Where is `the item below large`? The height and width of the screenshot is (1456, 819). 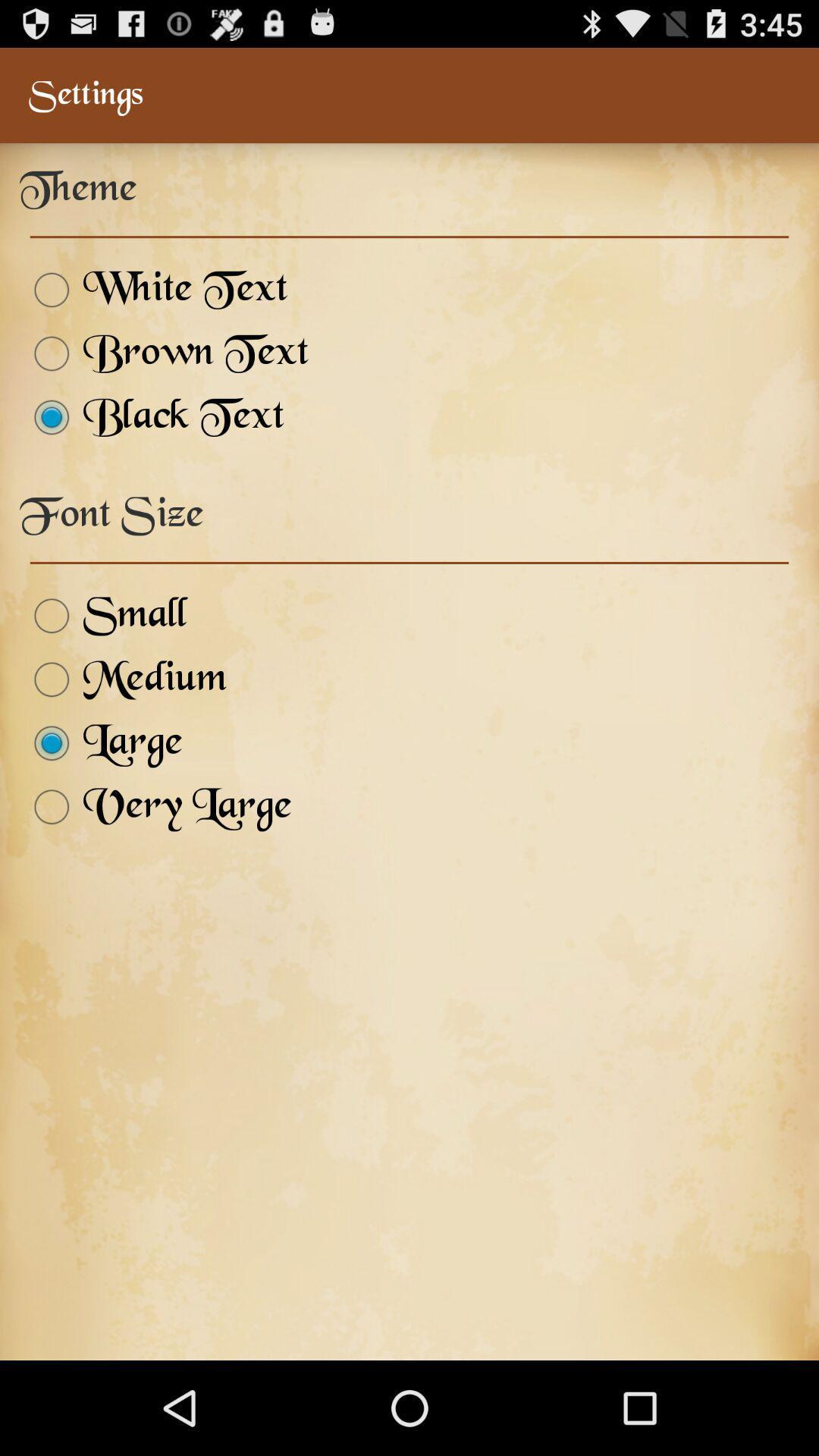
the item below large is located at coordinates (155, 806).